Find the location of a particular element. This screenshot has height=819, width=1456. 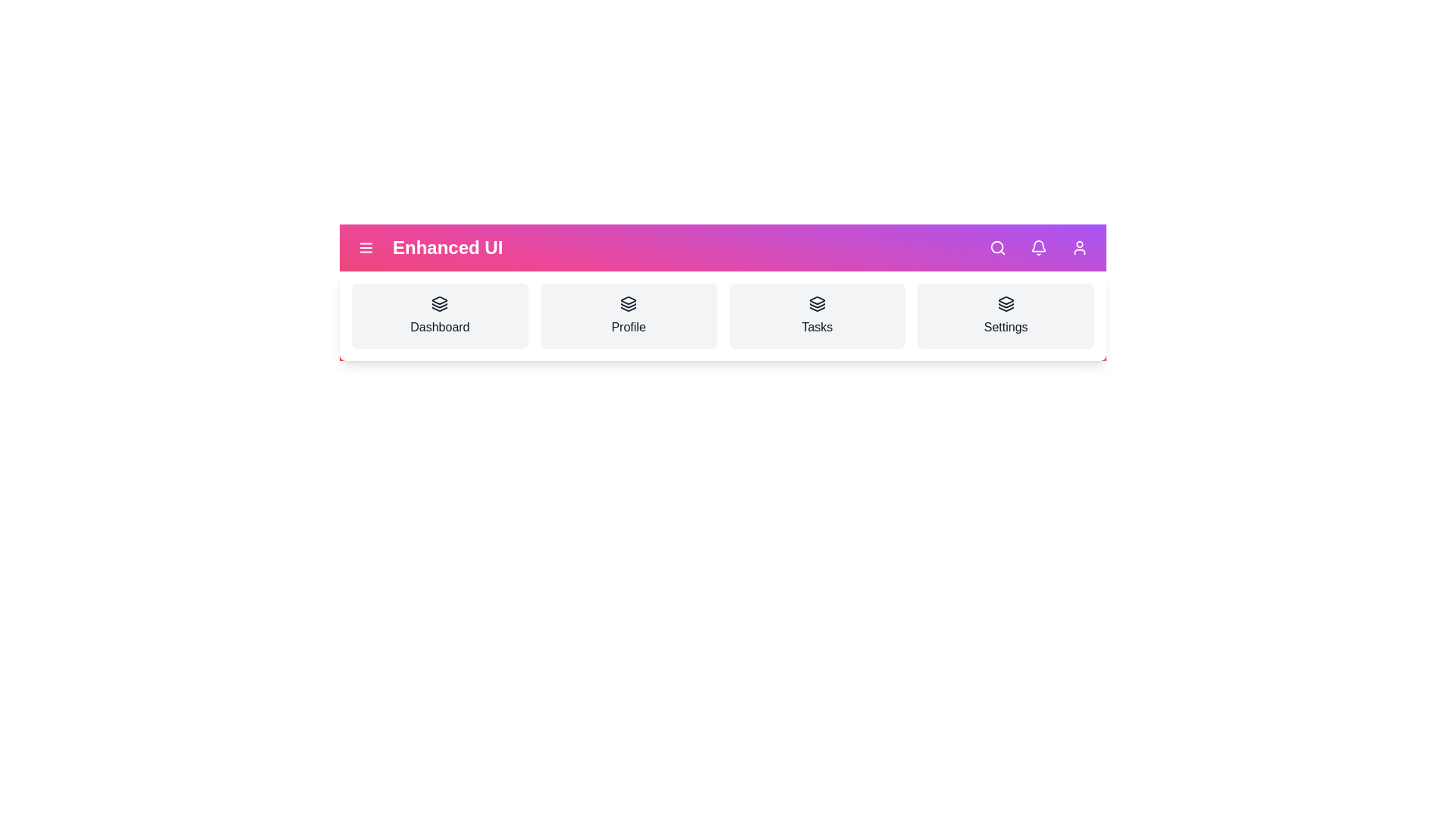

the interactive element tasks_link is located at coordinates (815, 315).